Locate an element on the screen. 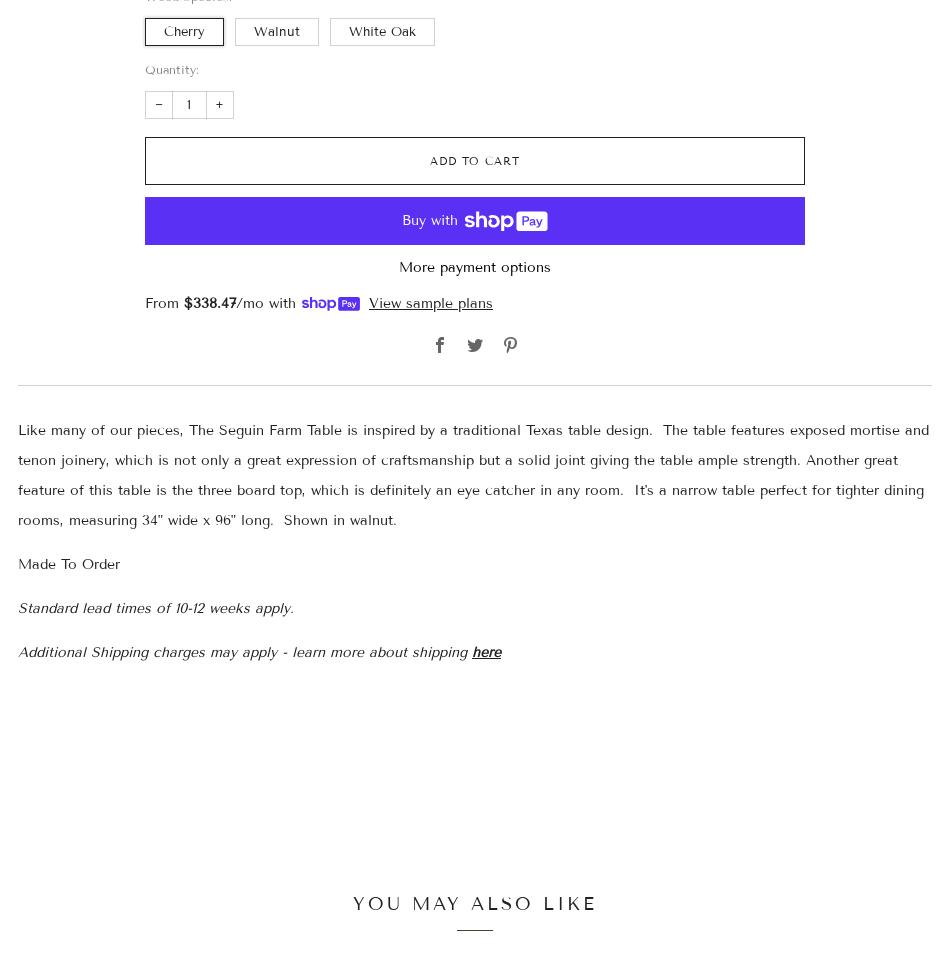  'Additional Shipping charges may apply - learn more about shipping' is located at coordinates (241, 650).